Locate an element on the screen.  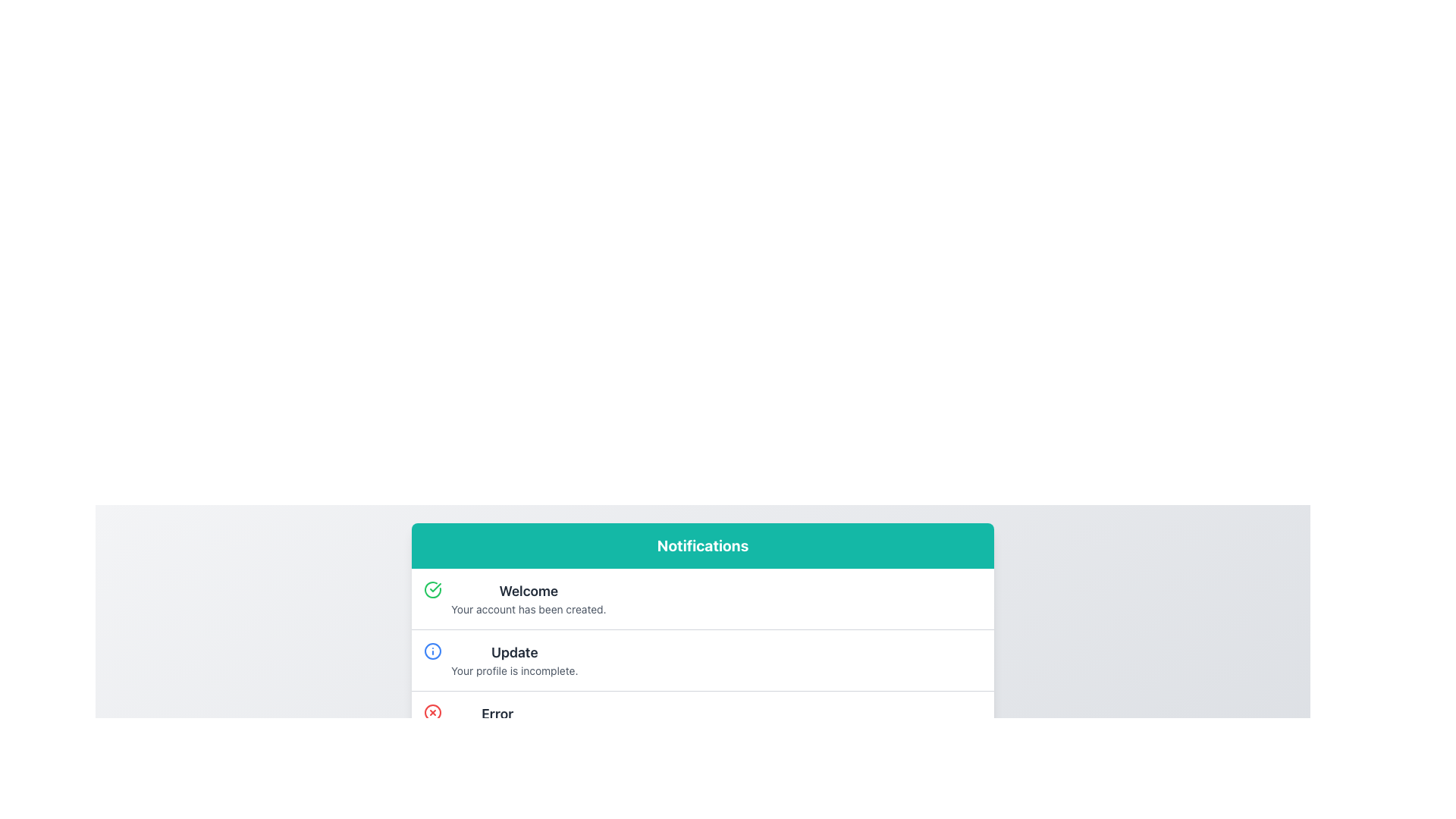
the checkmark shape within the circular success icon located to the left of the label 'Welcome' in the 'Notifications' section is located at coordinates (435, 587).